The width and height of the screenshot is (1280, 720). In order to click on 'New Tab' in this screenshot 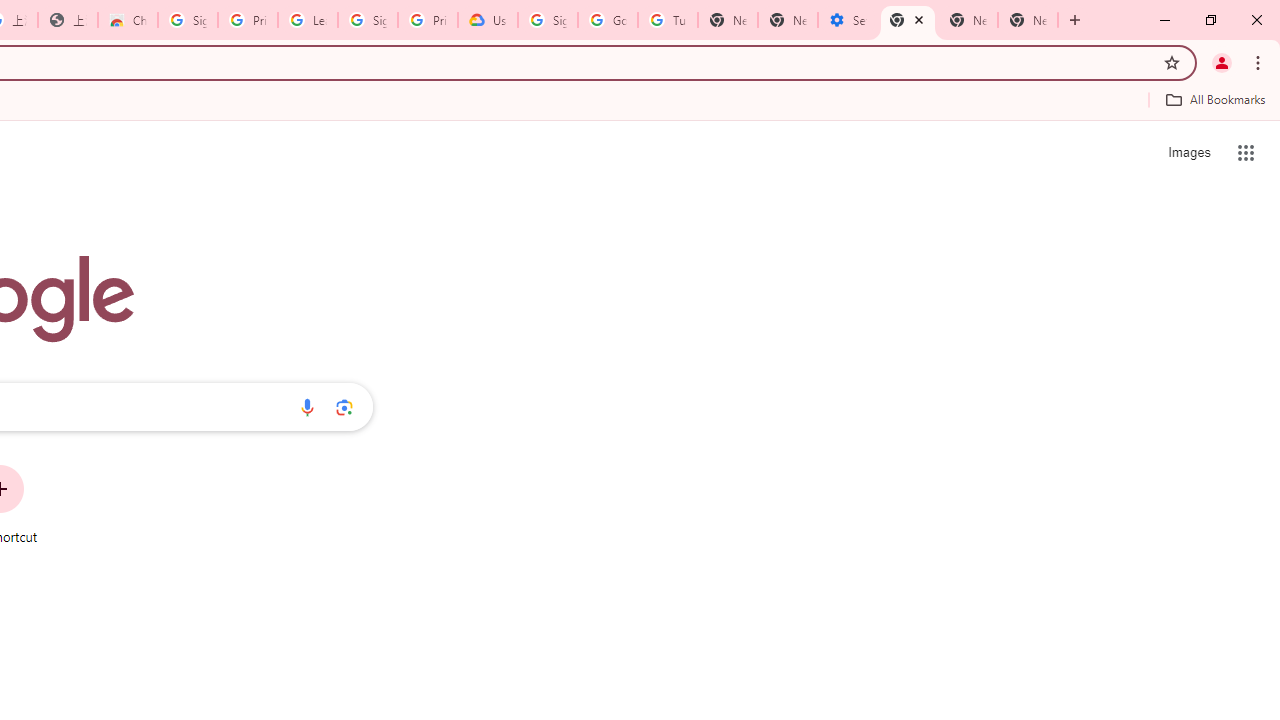, I will do `click(1028, 20)`.